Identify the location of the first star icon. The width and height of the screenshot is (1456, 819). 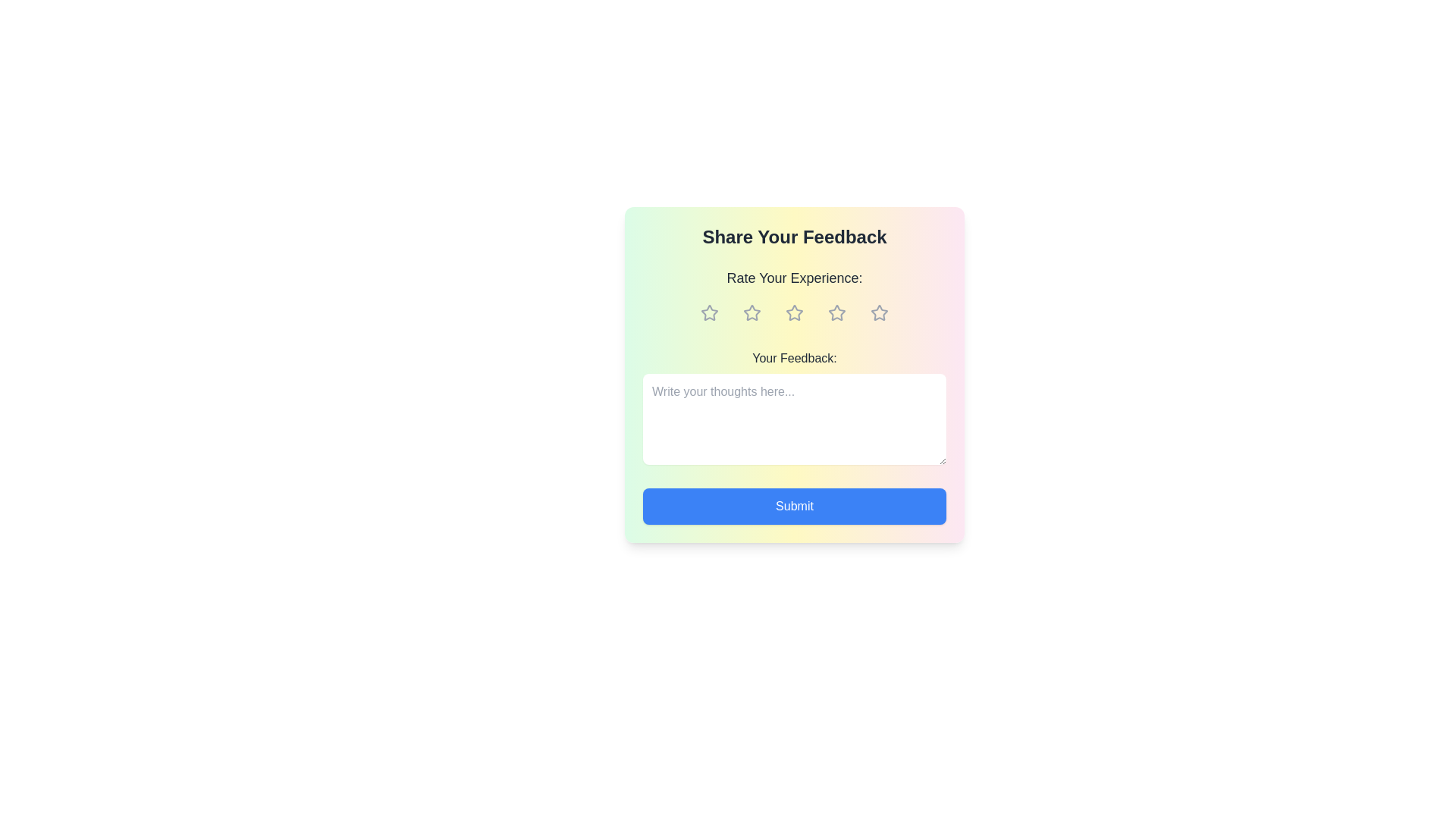
(709, 312).